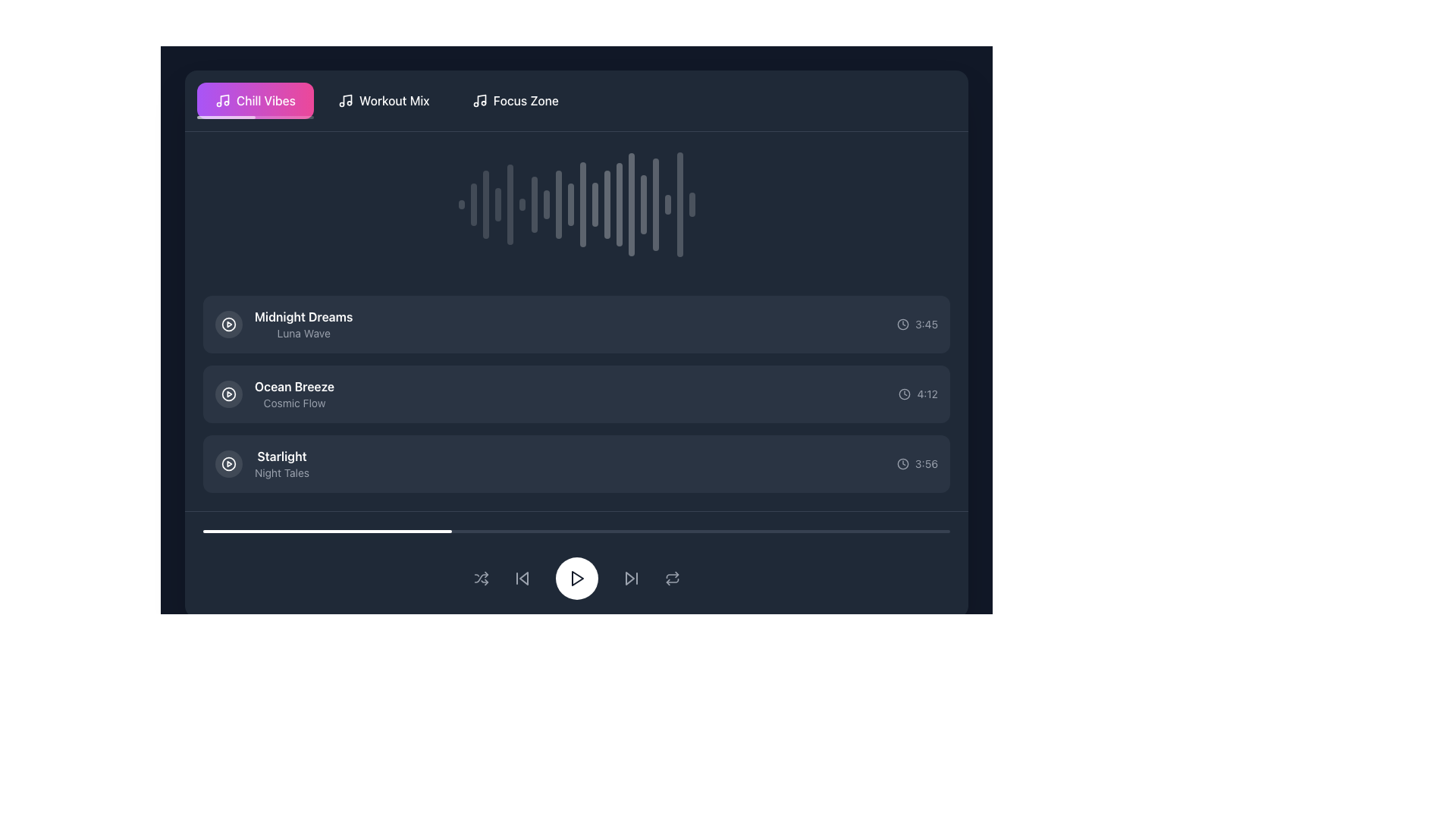  Describe the element at coordinates (384, 100) in the screenshot. I see `the second selectable tab button for 'Workout Mix' located between 'Chill Vibes' and 'Focus Zone' at the top of the interface` at that location.